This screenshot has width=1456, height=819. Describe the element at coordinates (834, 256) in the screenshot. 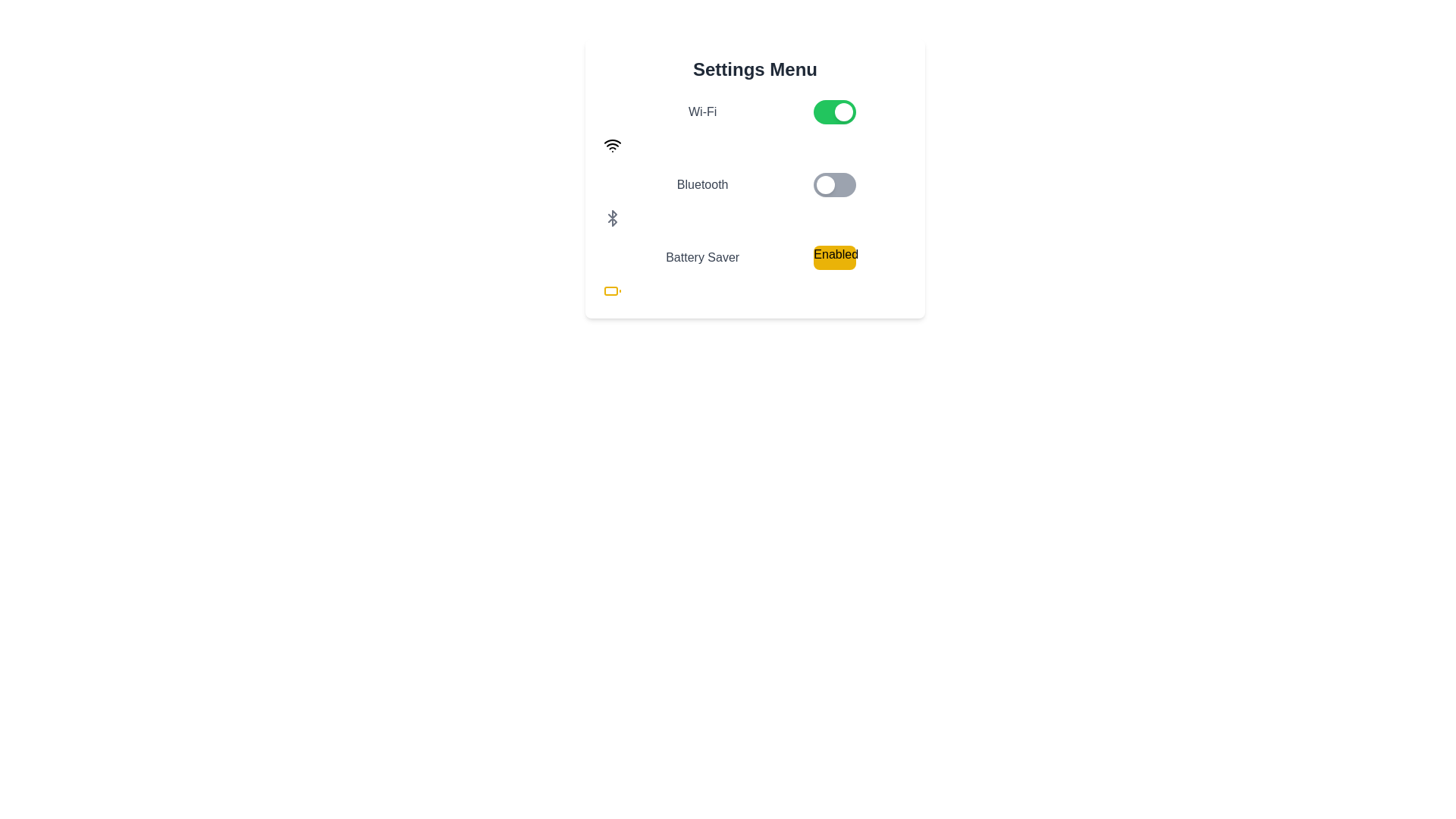

I see `the Static Indicator indicating the 'Enabled' state of the 'Battery Saver' feature, located in the third row of the settings menu interface, to the right of the 'Battery Saver' label` at that location.